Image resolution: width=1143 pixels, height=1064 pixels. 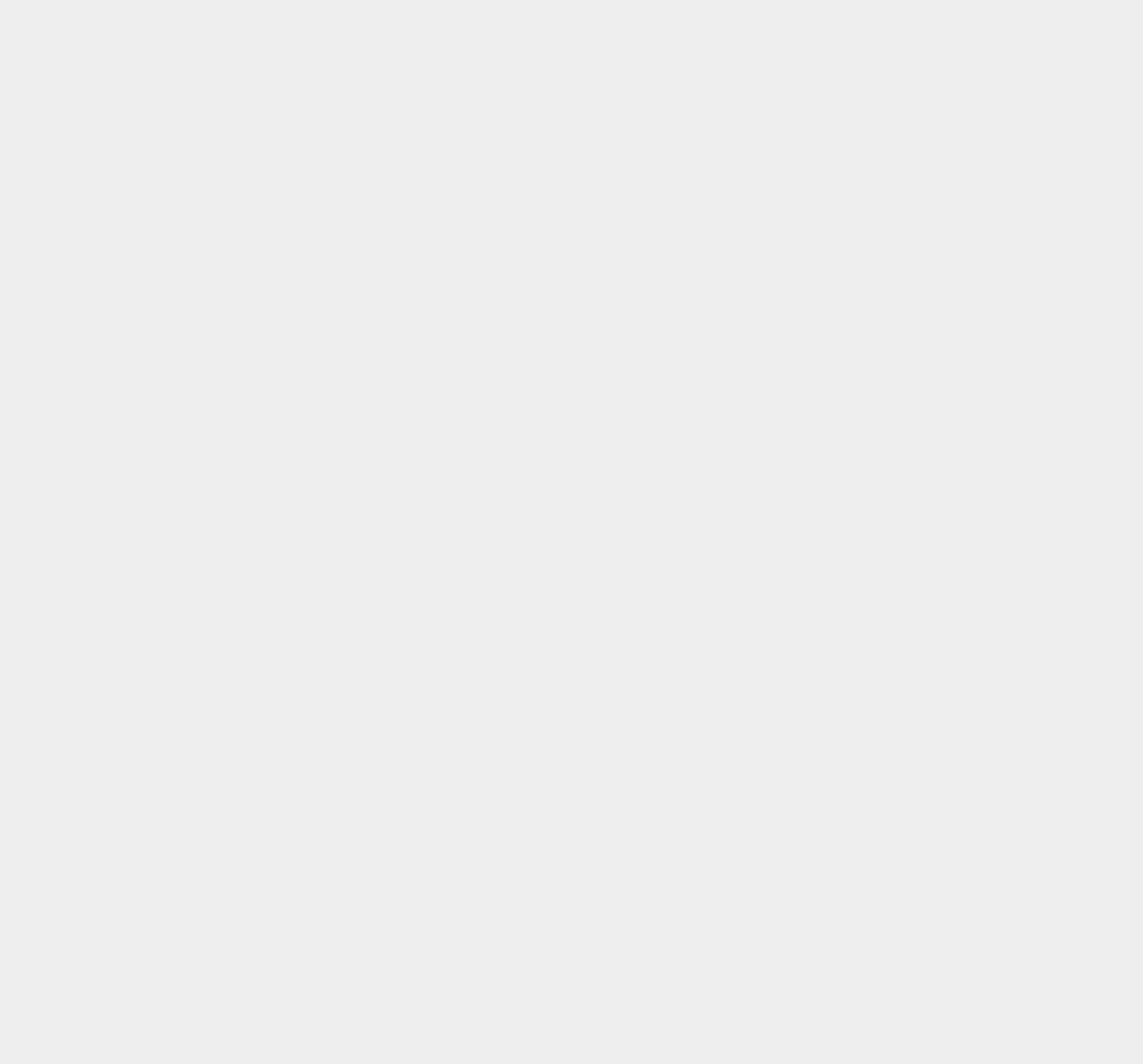 I want to click on 'Yalu', so click(x=820, y=343).